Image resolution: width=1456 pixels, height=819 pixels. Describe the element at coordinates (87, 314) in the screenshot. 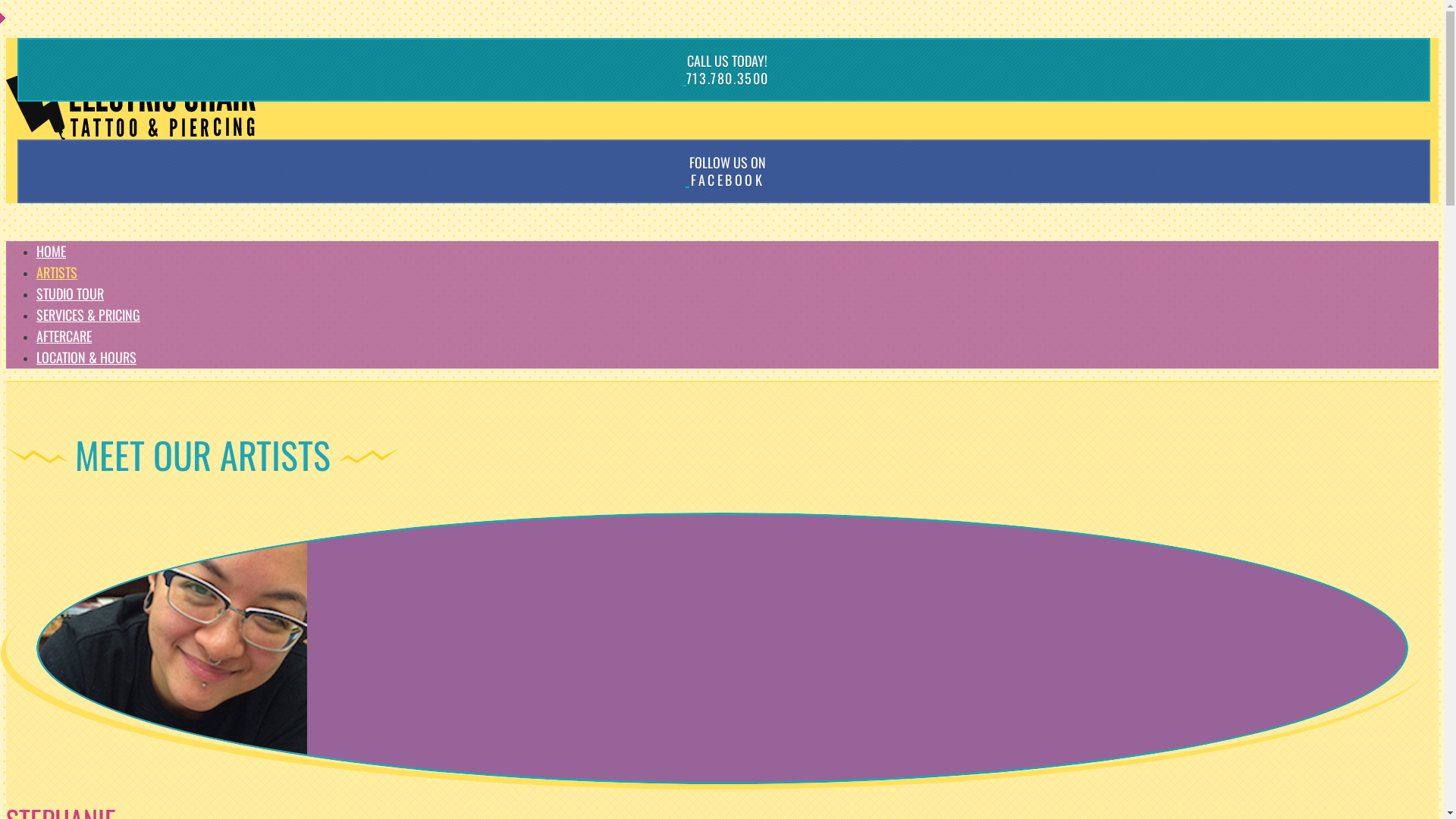

I see `'SERVICES & PRICING'` at that location.